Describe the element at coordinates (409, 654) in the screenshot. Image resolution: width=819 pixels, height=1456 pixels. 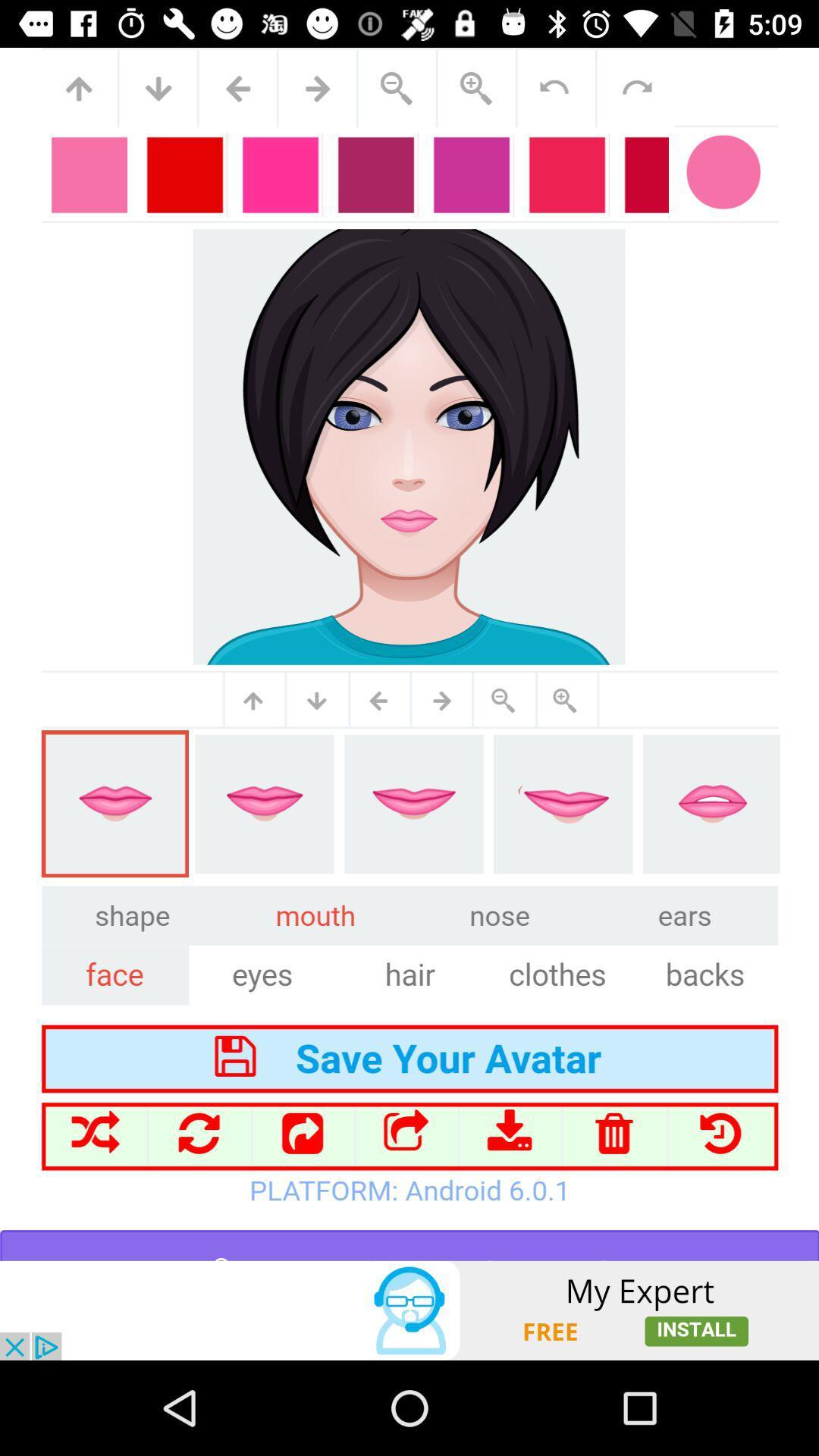
I see `makeup` at that location.